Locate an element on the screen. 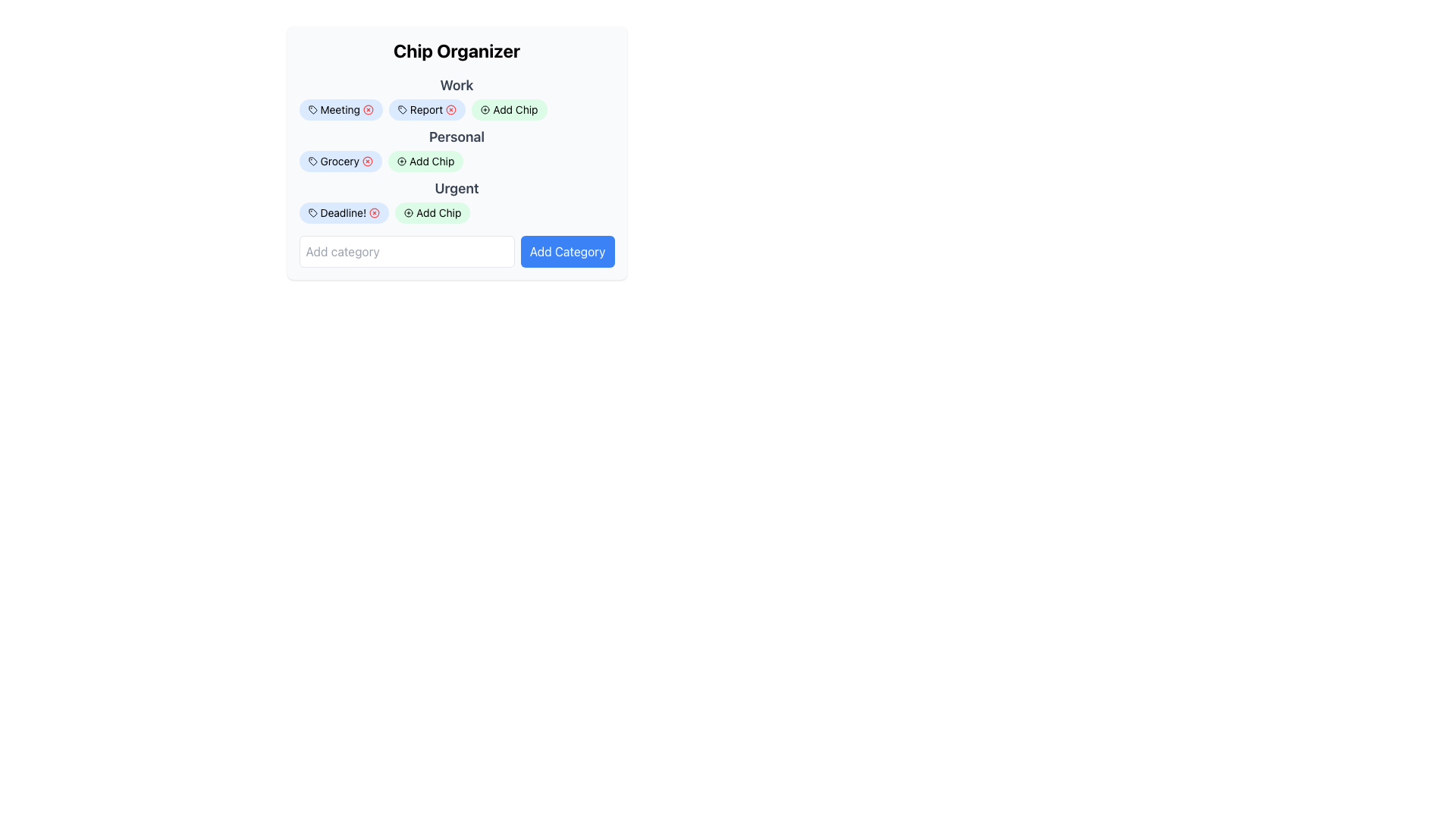 The height and width of the screenshot is (819, 1456). the small tag-shaped icon within the 'Meeting' chip component located on the left side under the 'Work' category is located at coordinates (312, 109).